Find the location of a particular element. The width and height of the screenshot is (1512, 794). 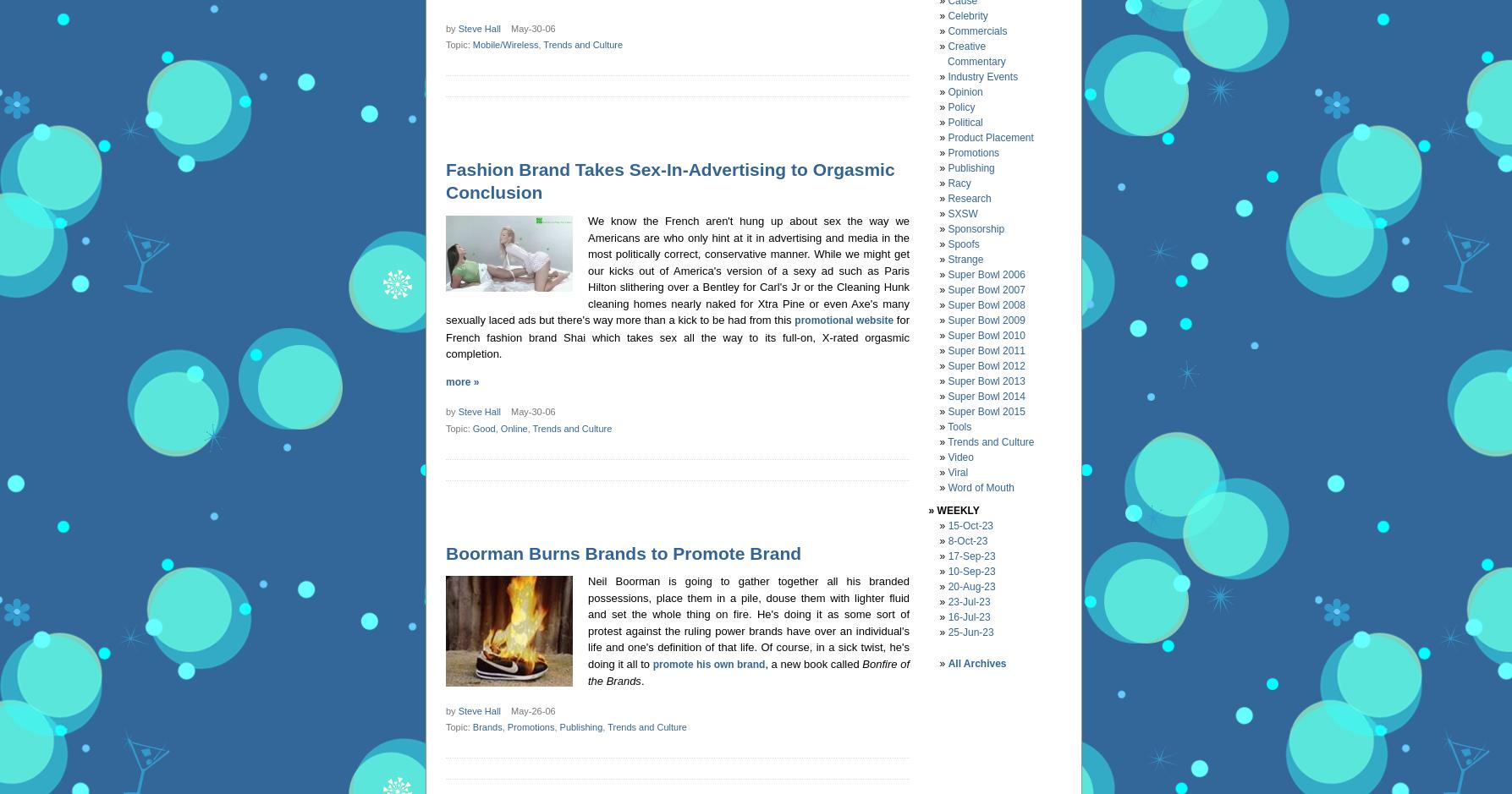

'Neil Boorman is going to gather together all his branded possessions, place them in a pile, douse them with lighter fluid and set the whole thing on fire. He's doing it as some sort of protest against the ruling power brands have over an individual's life and one's definition of that life. Of course, in a sick twist, he's doing it all to' is located at coordinates (748, 622).